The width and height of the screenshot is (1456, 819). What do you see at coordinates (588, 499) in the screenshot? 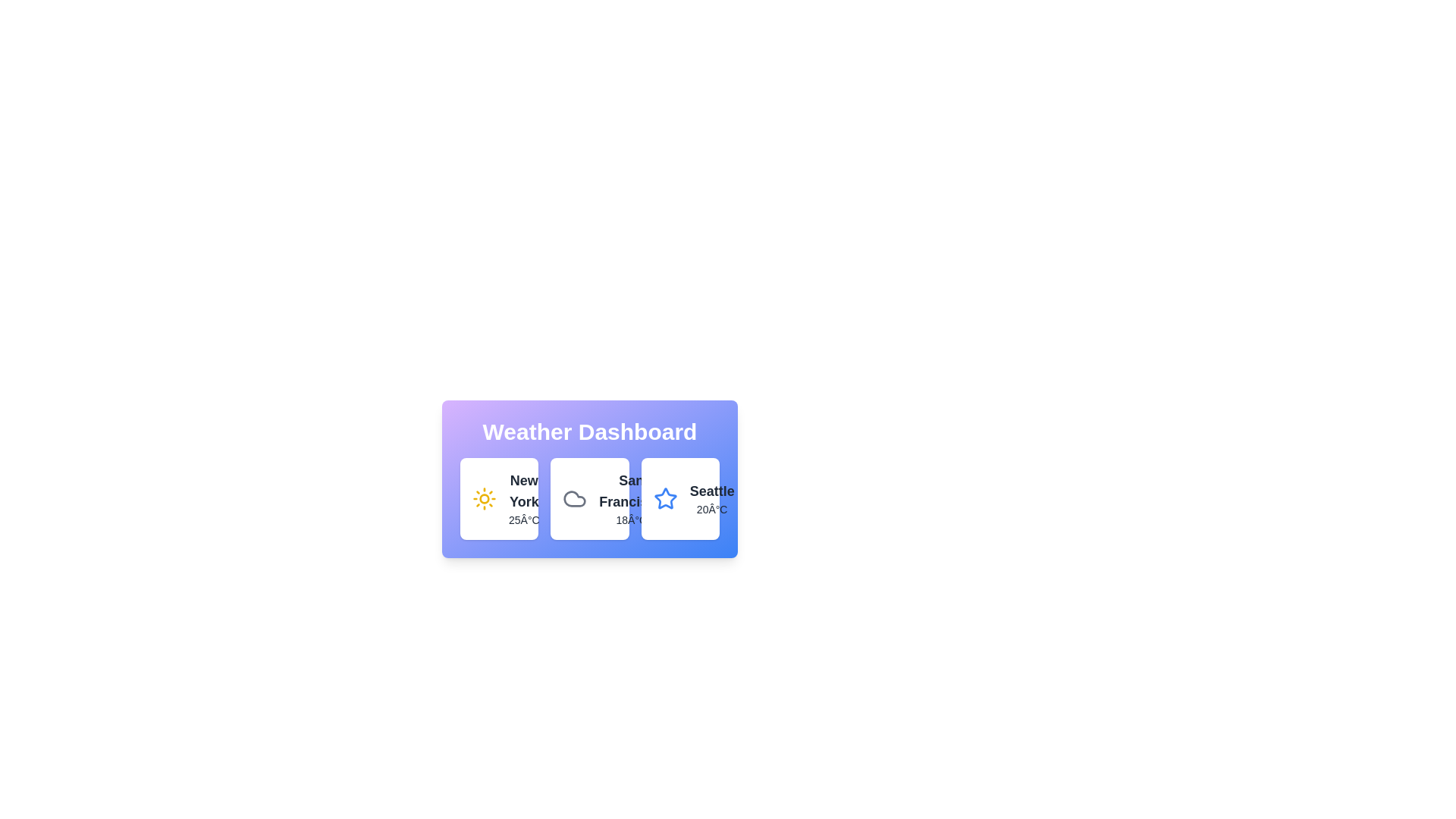
I see `displayed weather information on the Information Card for San Francisco, which is the second card in a row of three located between the cards for New York and Seattle` at bounding box center [588, 499].